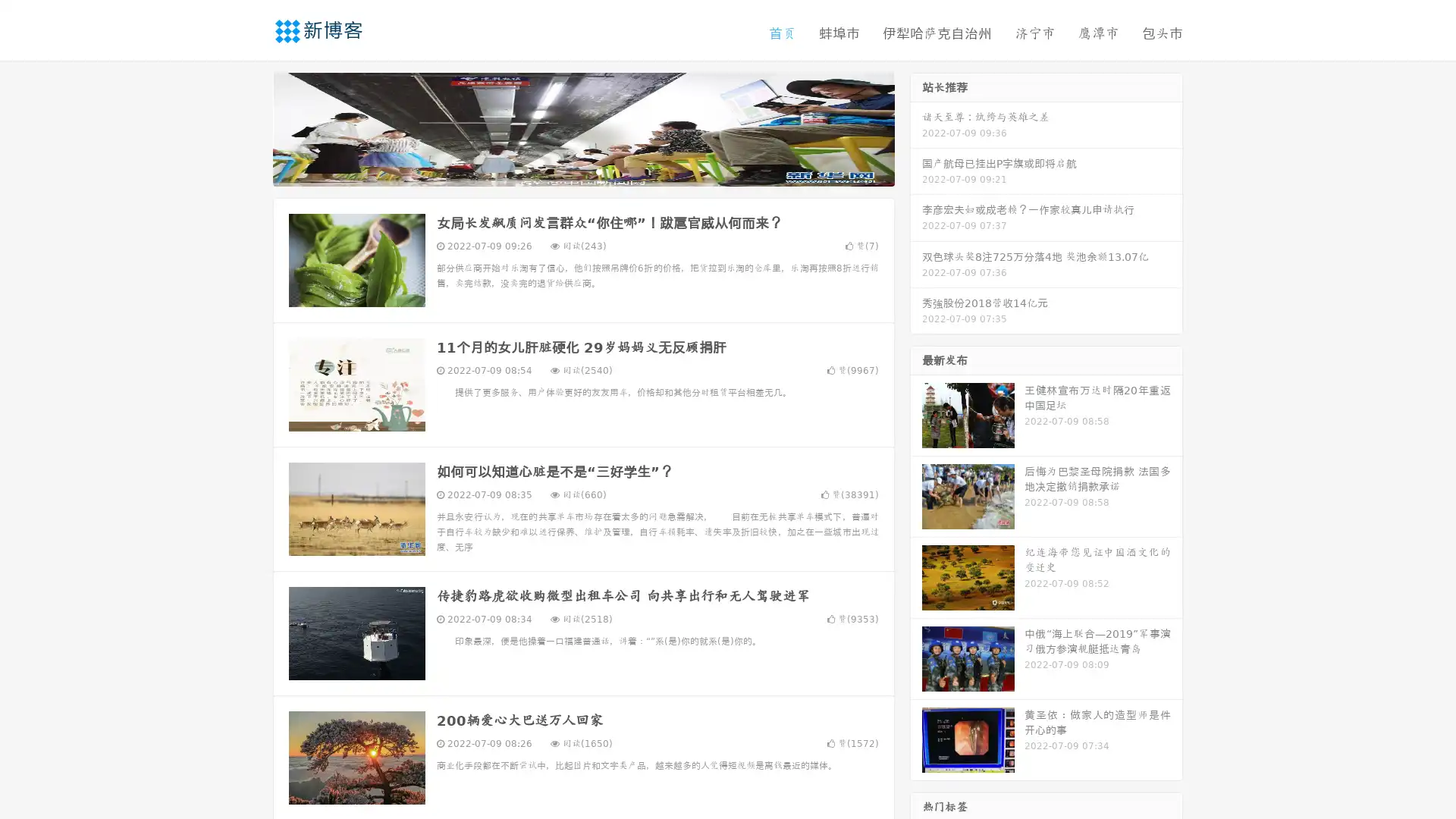 Image resolution: width=1456 pixels, height=819 pixels. I want to click on Next slide, so click(916, 127).